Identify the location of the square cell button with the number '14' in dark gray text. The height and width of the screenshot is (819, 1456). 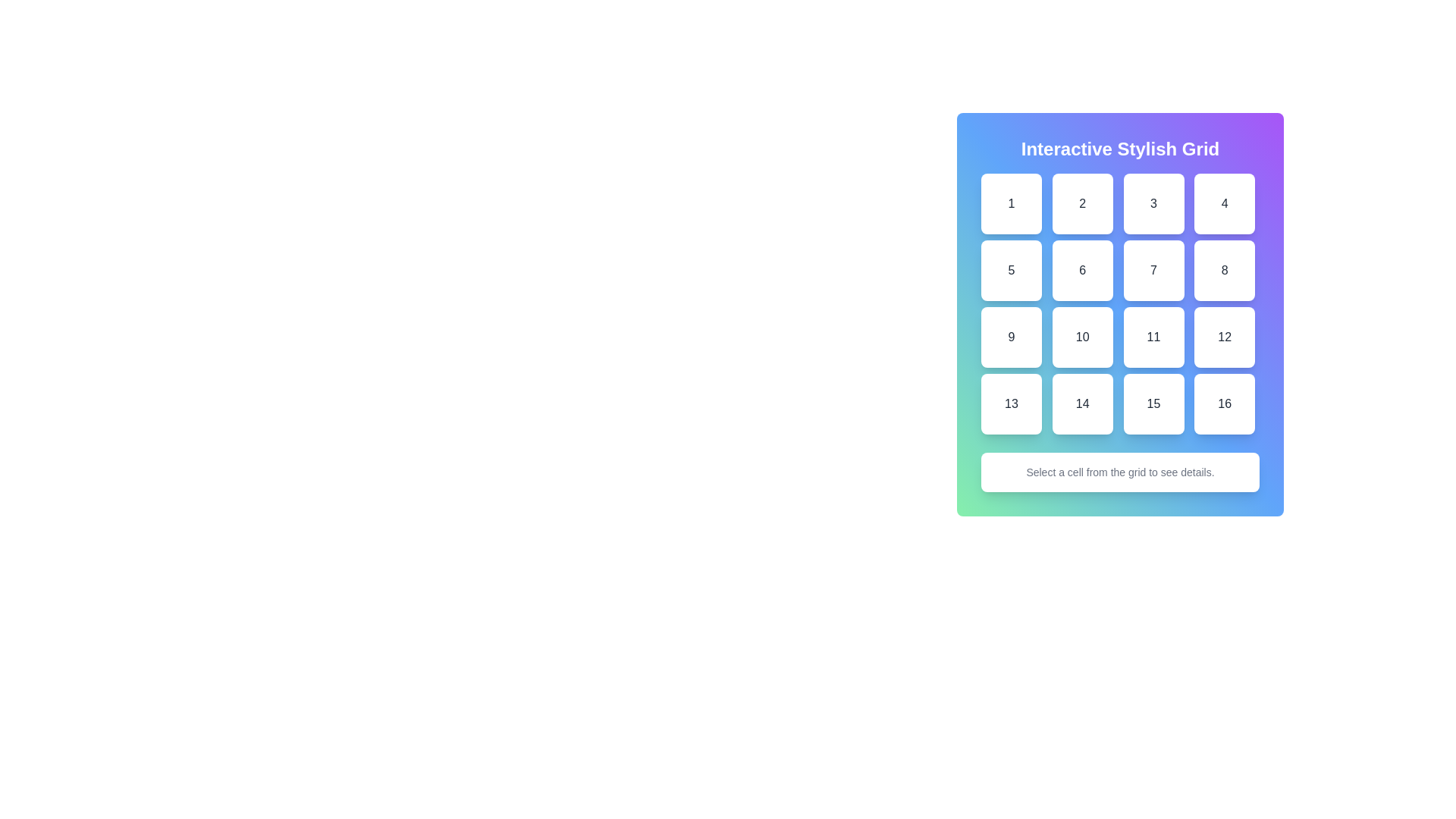
(1081, 403).